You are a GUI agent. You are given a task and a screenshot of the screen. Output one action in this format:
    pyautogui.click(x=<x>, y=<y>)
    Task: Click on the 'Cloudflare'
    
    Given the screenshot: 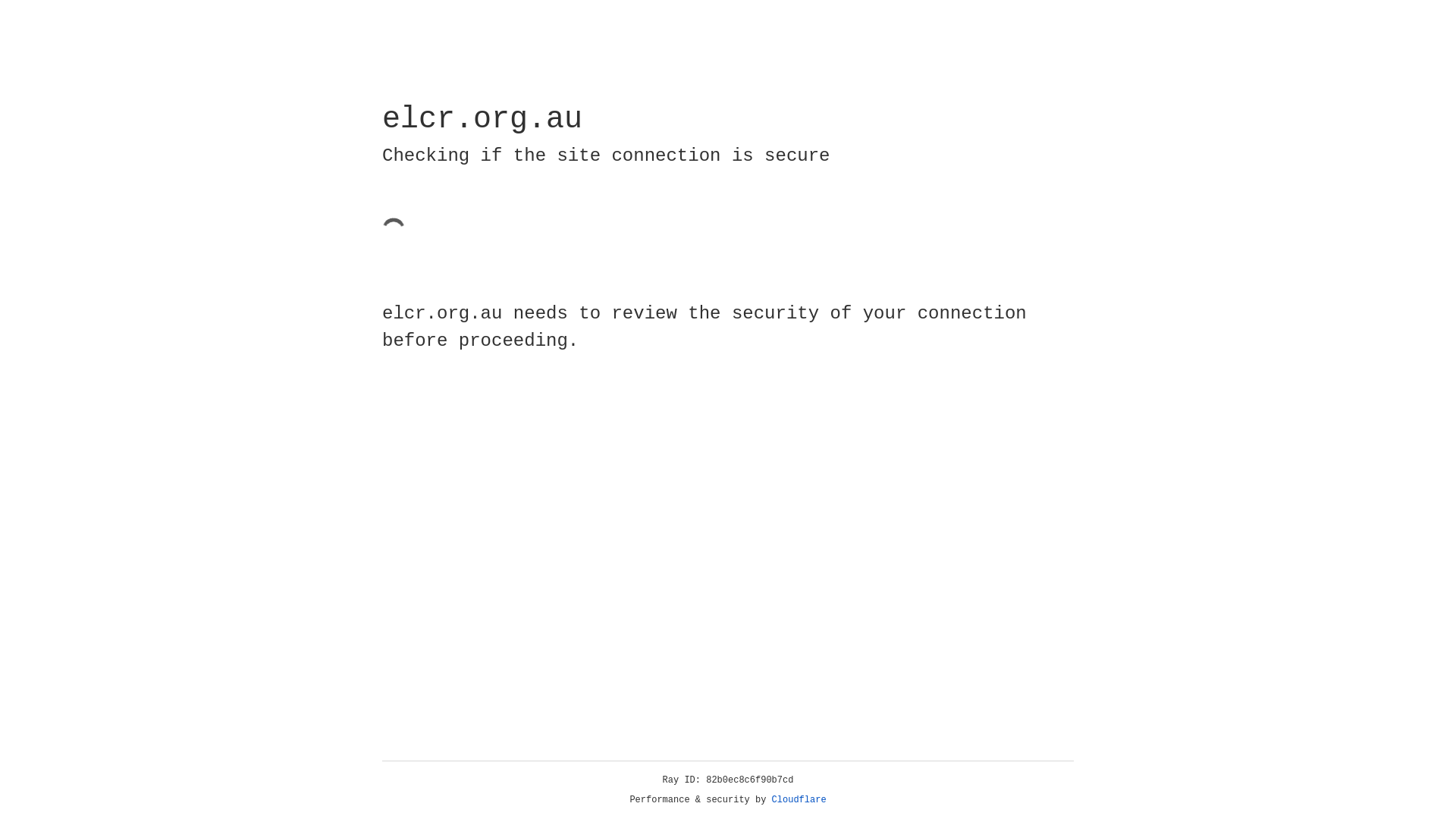 What is the action you would take?
    pyautogui.click(x=799, y=799)
    